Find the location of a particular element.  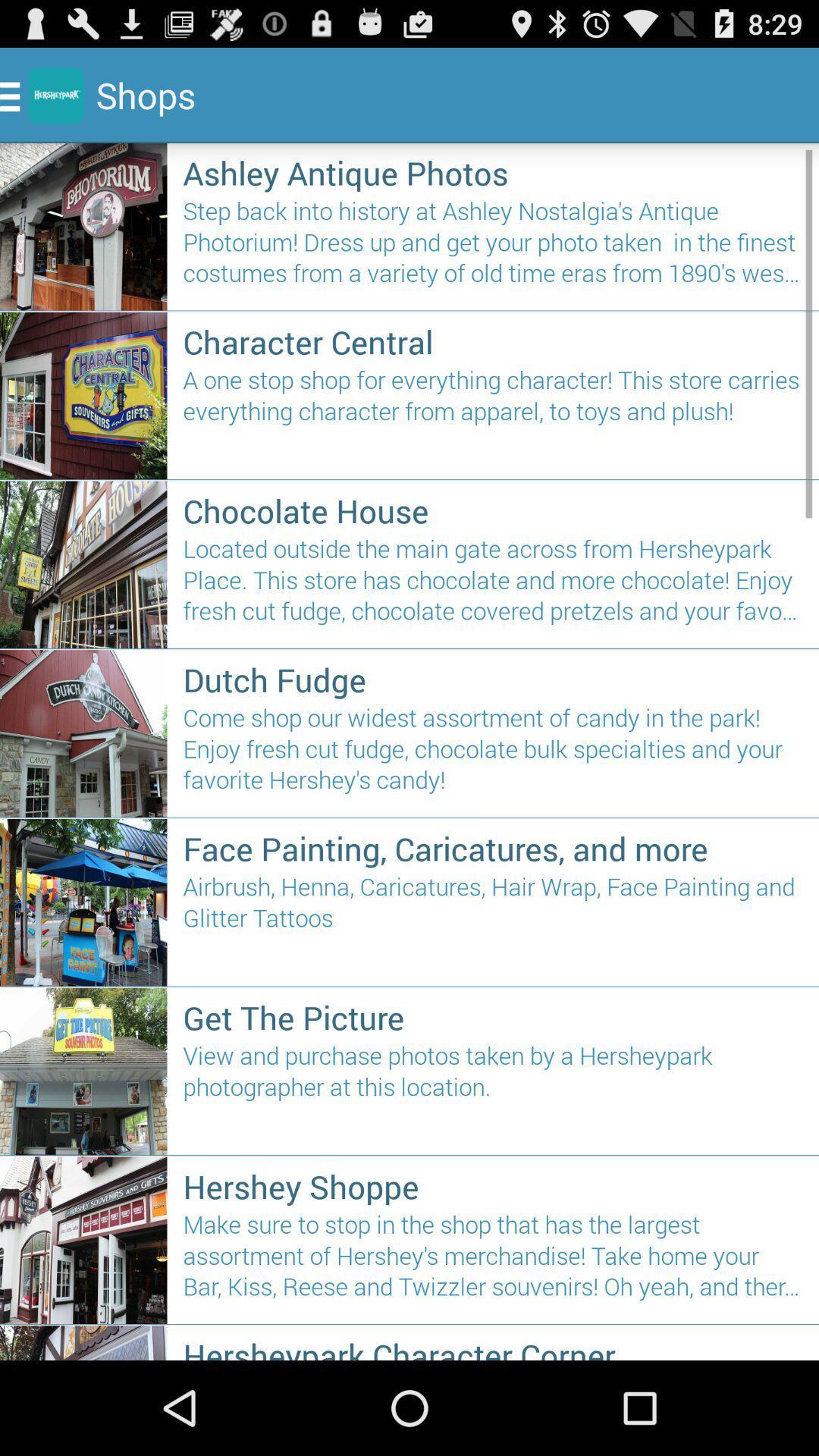

view and purchase icon is located at coordinates (493, 1093).